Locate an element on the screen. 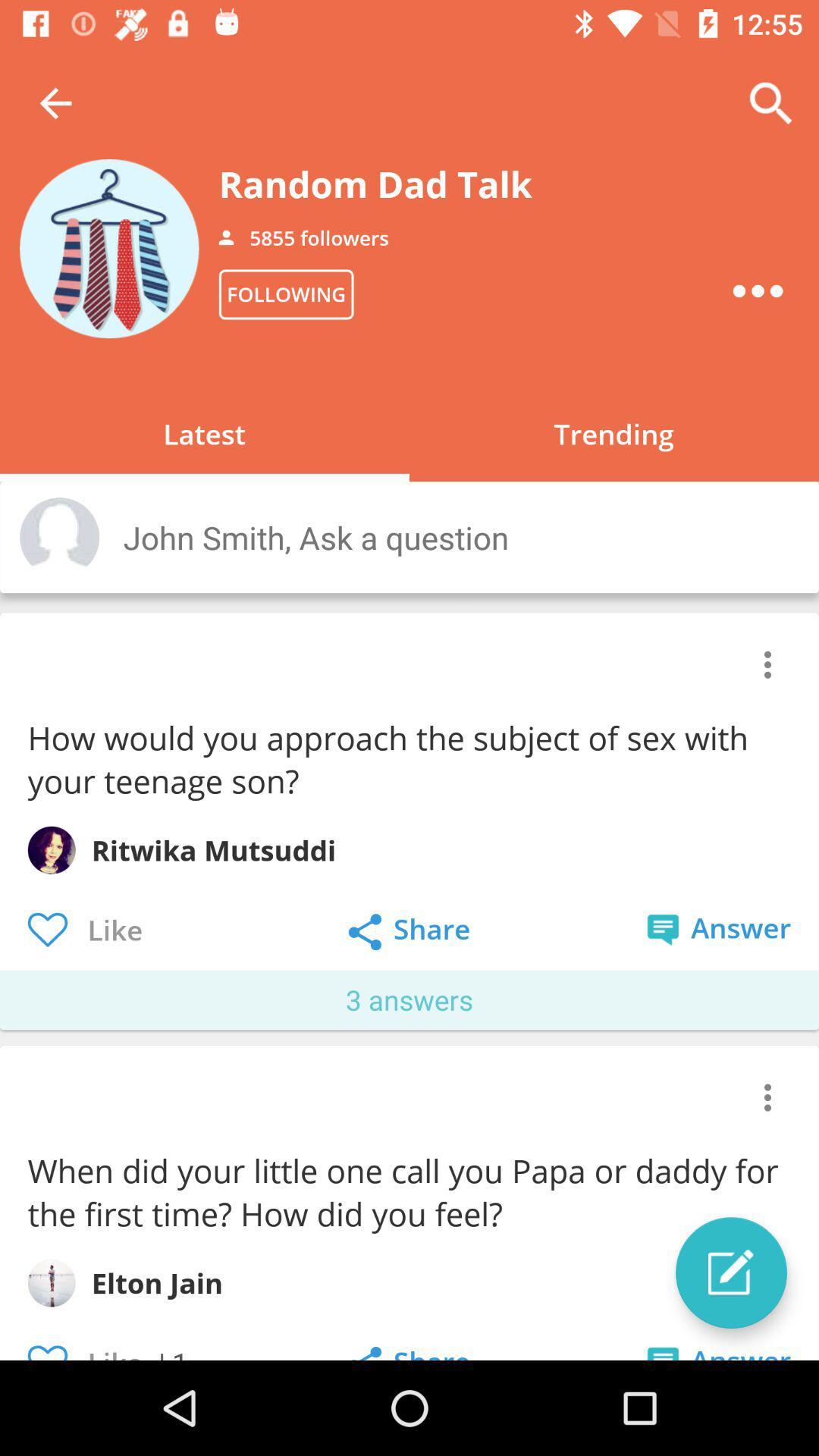  the item above the when did your is located at coordinates (767, 1097).